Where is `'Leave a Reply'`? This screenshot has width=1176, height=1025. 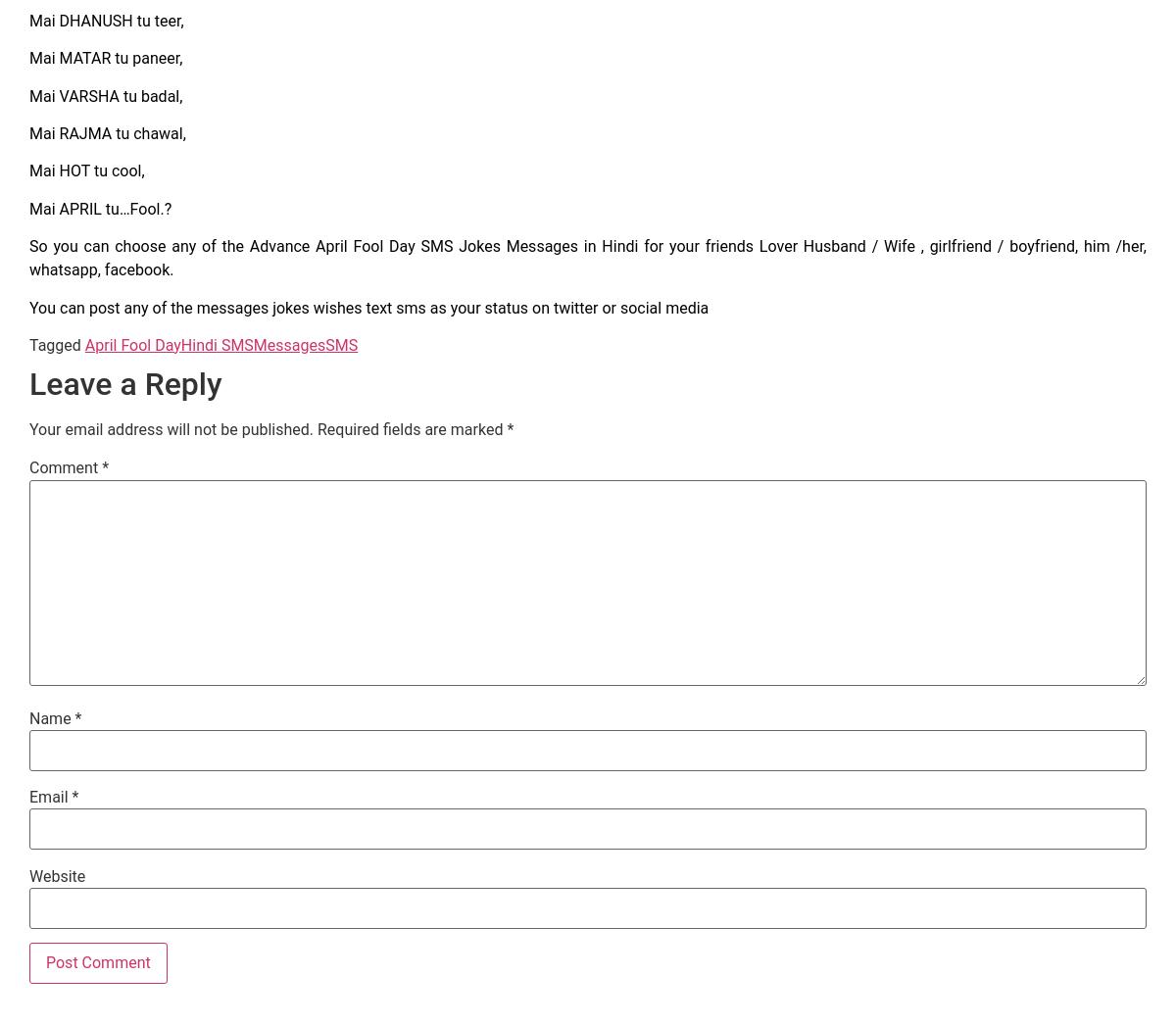
'Leave a Reply' is located at coordinates (29, 382).